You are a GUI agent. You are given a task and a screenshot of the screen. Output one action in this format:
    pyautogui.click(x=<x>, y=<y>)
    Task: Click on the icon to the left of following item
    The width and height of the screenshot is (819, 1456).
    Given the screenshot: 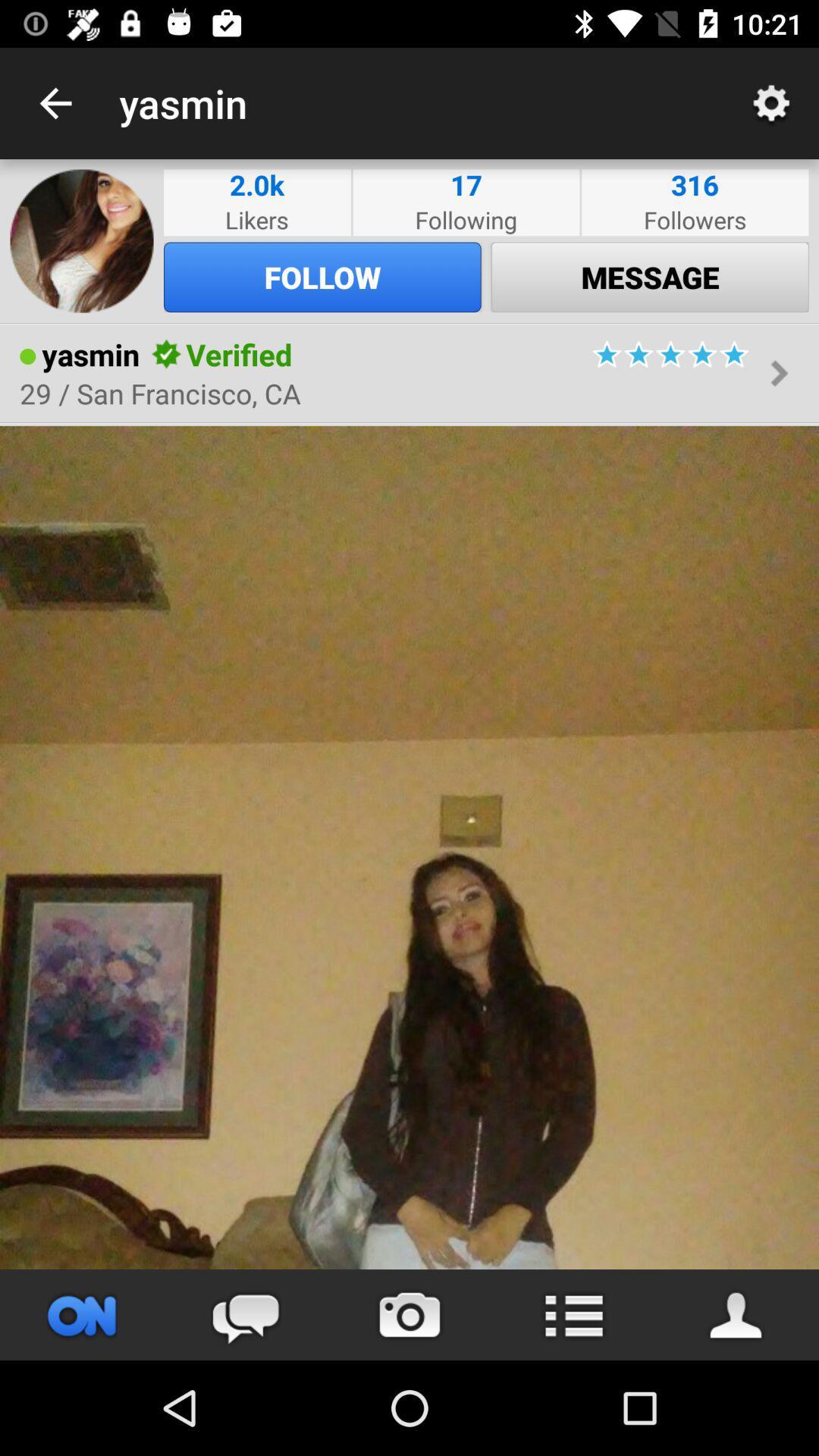 What is the action you would take?
    pyautogui.click(x=256, y=184)
    